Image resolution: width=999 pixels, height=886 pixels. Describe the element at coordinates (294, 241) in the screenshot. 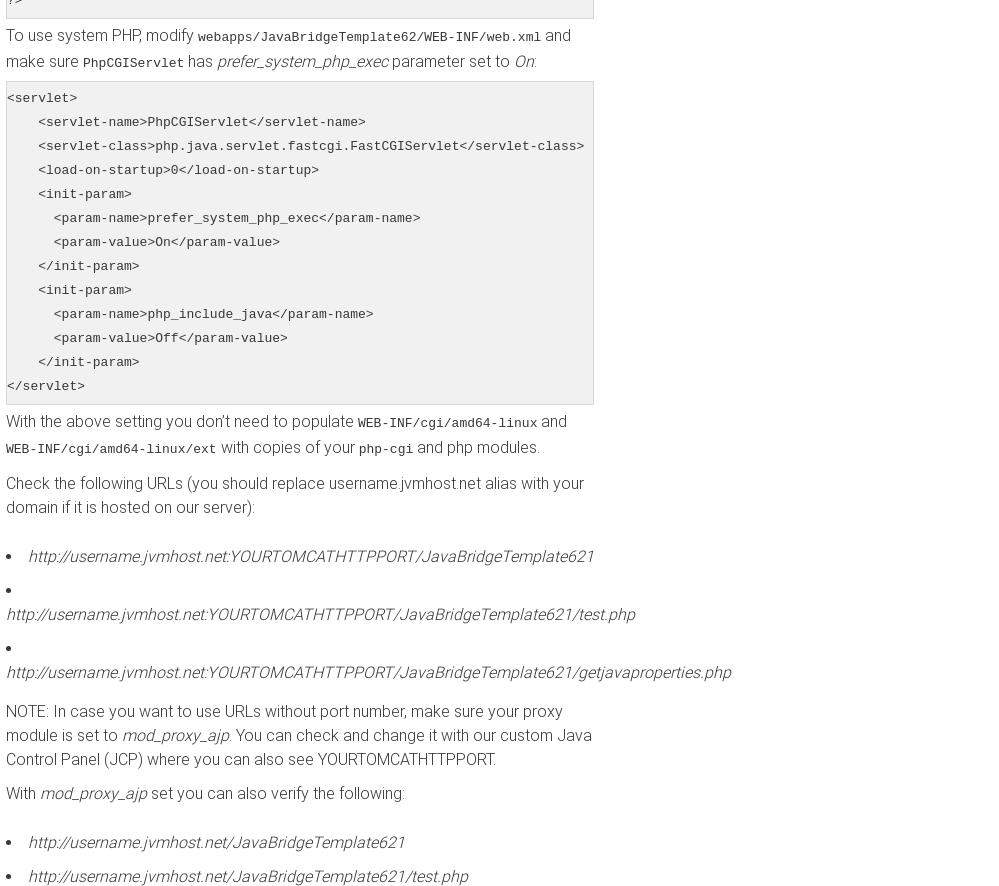

I see `'<servlet>
    <servlet-name>PhpCGIServlet</servlet-name>
    <servlet-class>php.java.servlet.fastcgi.FastCGIServlet</servlet-class>
    <load-on-startup>0</load-on-startup>
    <init-param>
      <param-name>prefer_system_php_exec</param-name>
      <param-value>On</param-value>
    </init-param>
    <init-param>
      <param-name>php_include_java</param-name>
      <param-value>Off</param-value>
    </init-param>
</servlet>'` at that location.